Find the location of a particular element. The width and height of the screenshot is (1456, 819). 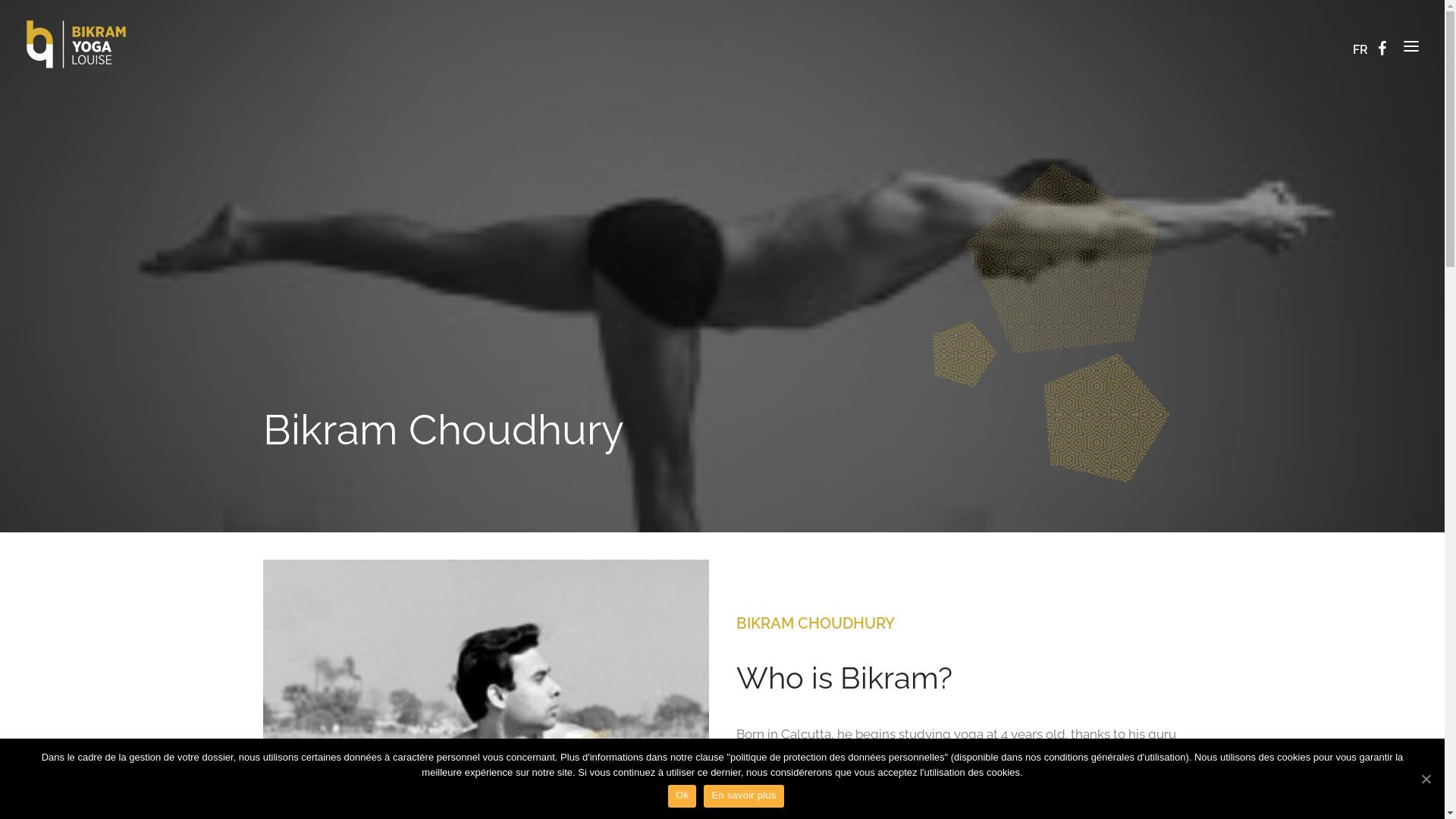

'<strong>fb</strong>' is located at coordinates (1385, 42).